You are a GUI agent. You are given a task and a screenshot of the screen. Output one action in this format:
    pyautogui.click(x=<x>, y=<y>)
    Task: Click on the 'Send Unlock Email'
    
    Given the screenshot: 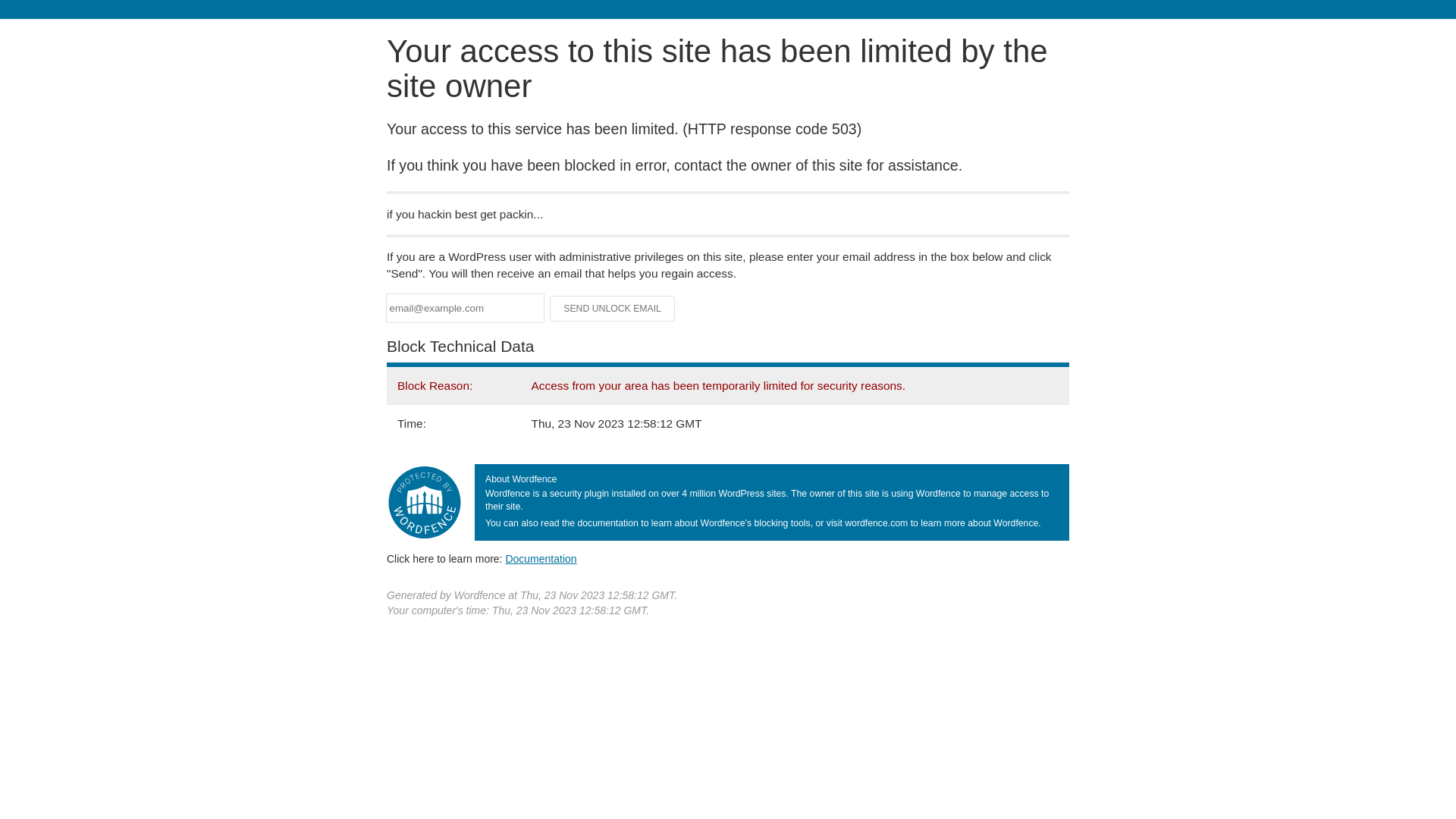 What is the action you would take?
    pyautogui.click(x=548, y=308)
    